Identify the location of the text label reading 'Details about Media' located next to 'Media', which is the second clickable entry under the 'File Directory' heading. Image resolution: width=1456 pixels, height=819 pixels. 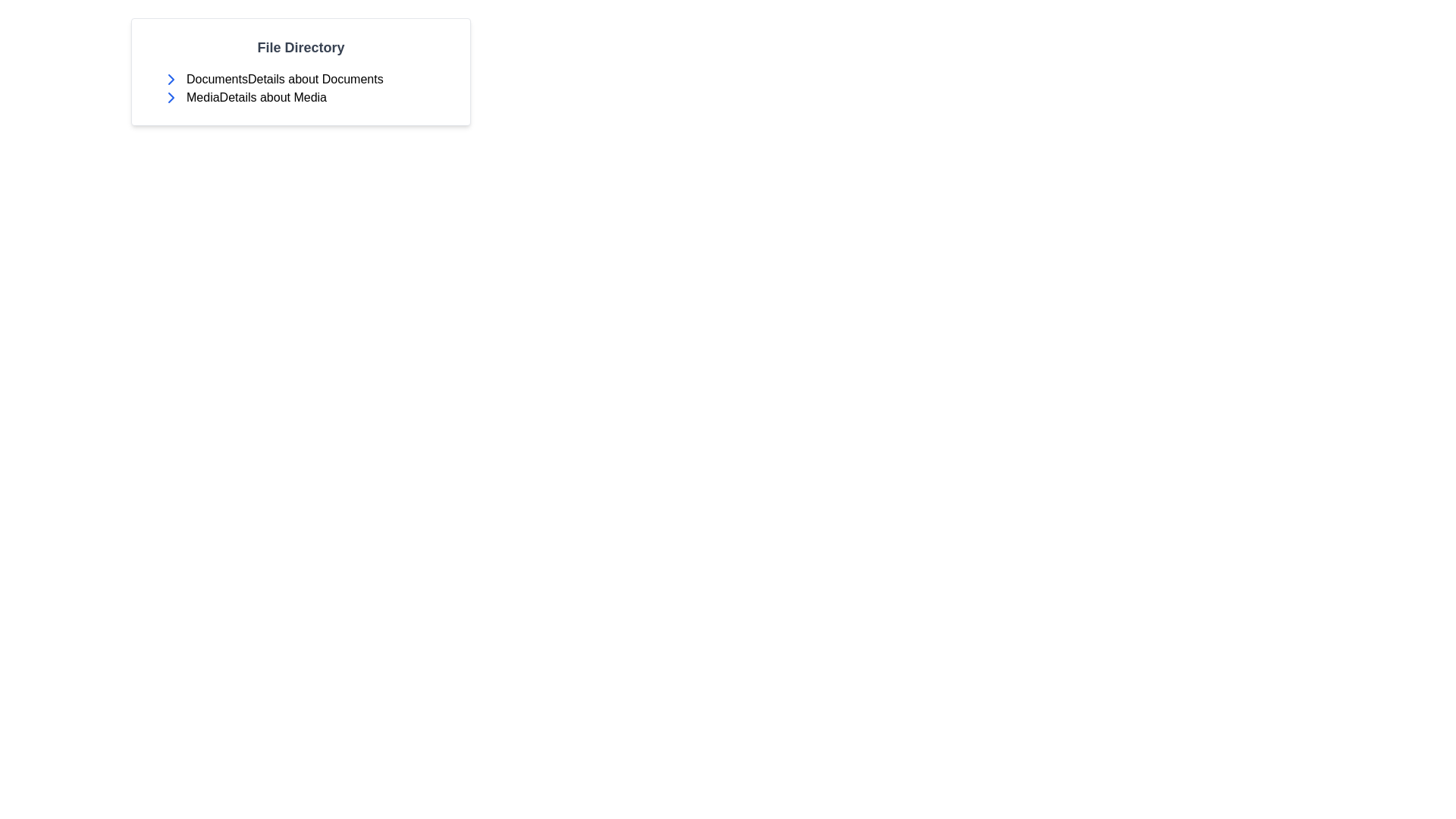
(273, 97).